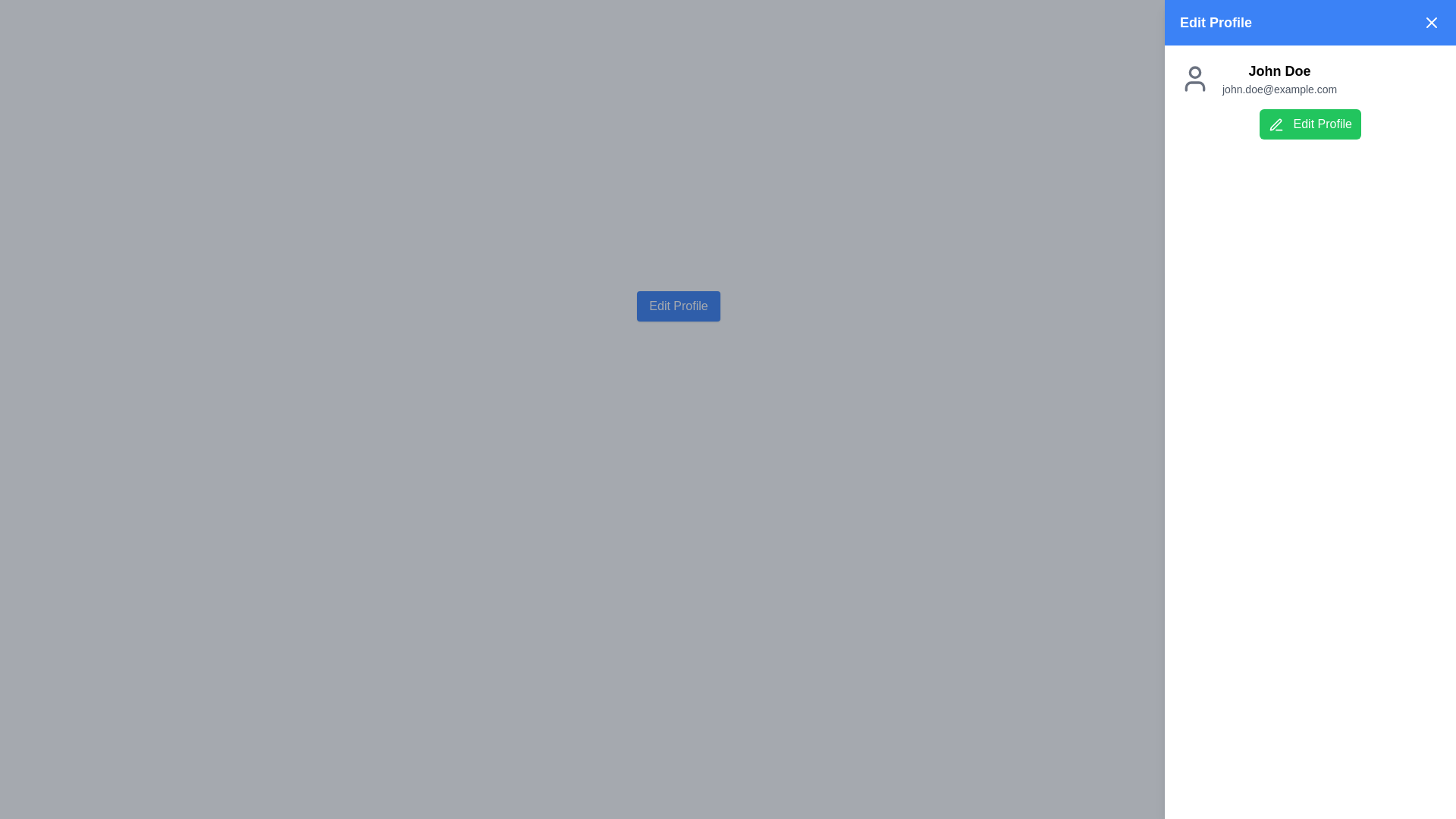  I want to click on the 'Edit Profile' button to observe the background color change, so click(677, 306).